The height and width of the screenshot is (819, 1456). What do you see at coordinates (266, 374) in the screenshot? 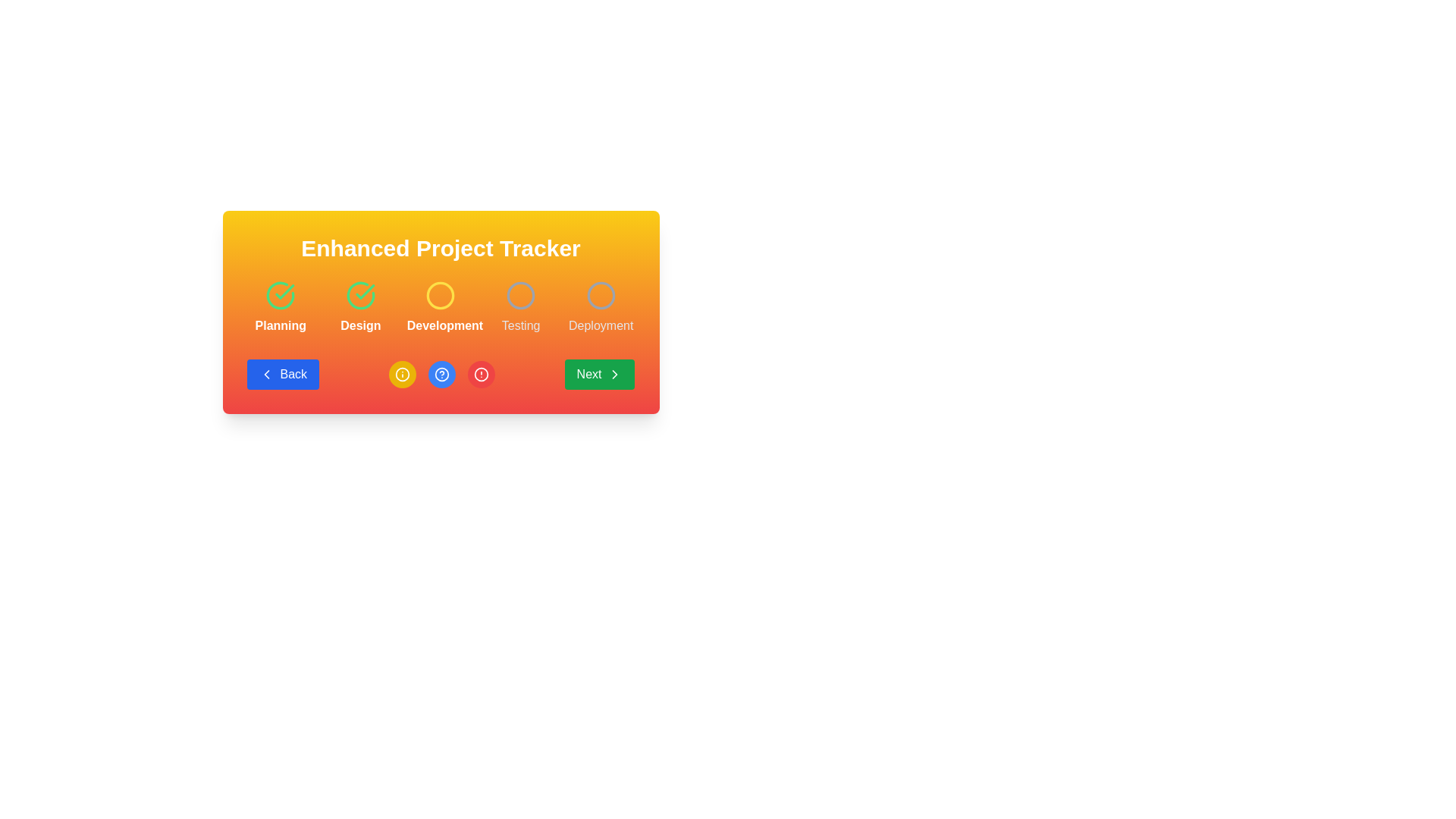
I see `the left-pointing chevron arrow icon inside the blue 'Back' button` at bounding box center [266, 374].